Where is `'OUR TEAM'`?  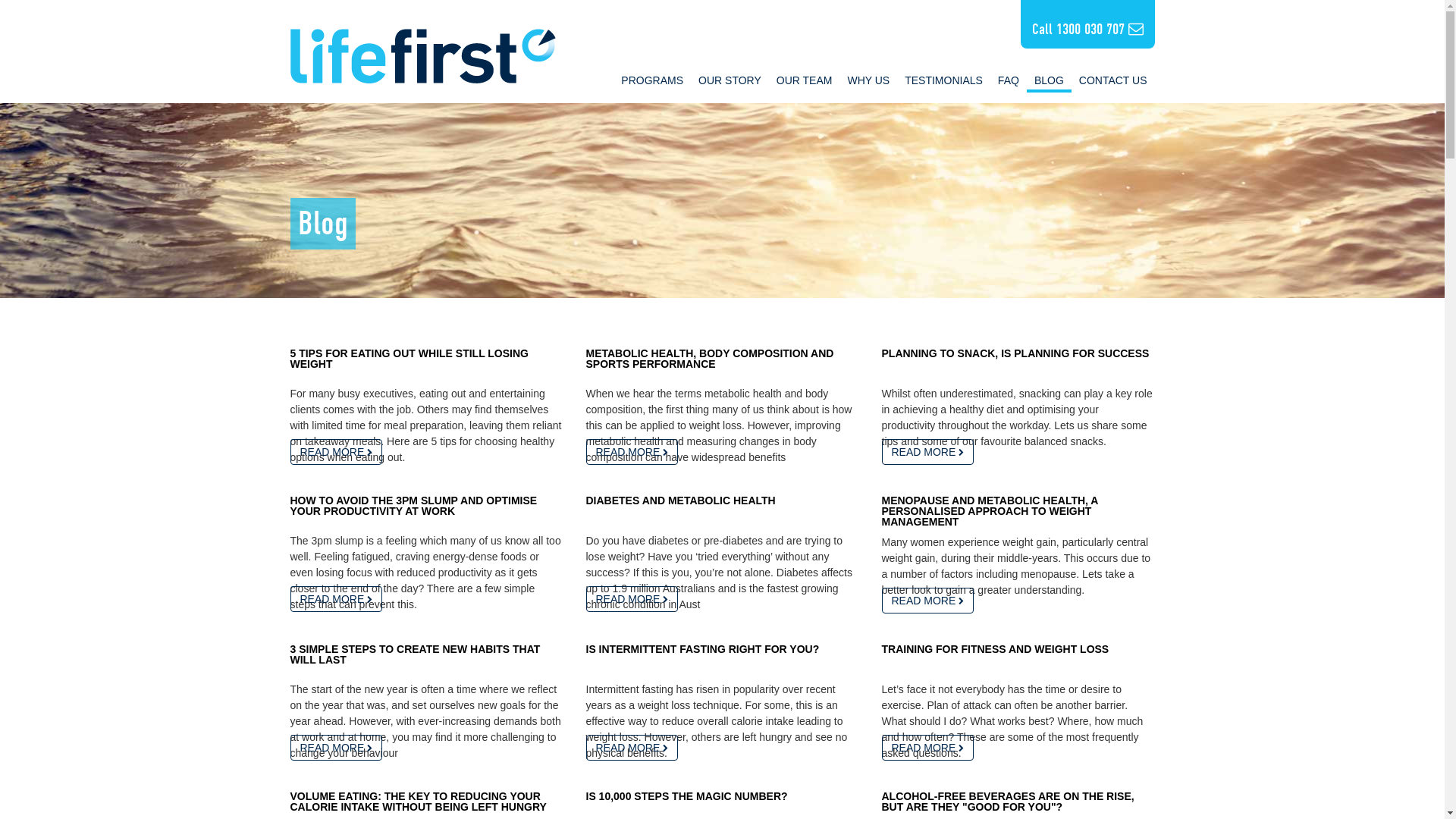
'OUR TEAM' is located at coordinates (803, 80).